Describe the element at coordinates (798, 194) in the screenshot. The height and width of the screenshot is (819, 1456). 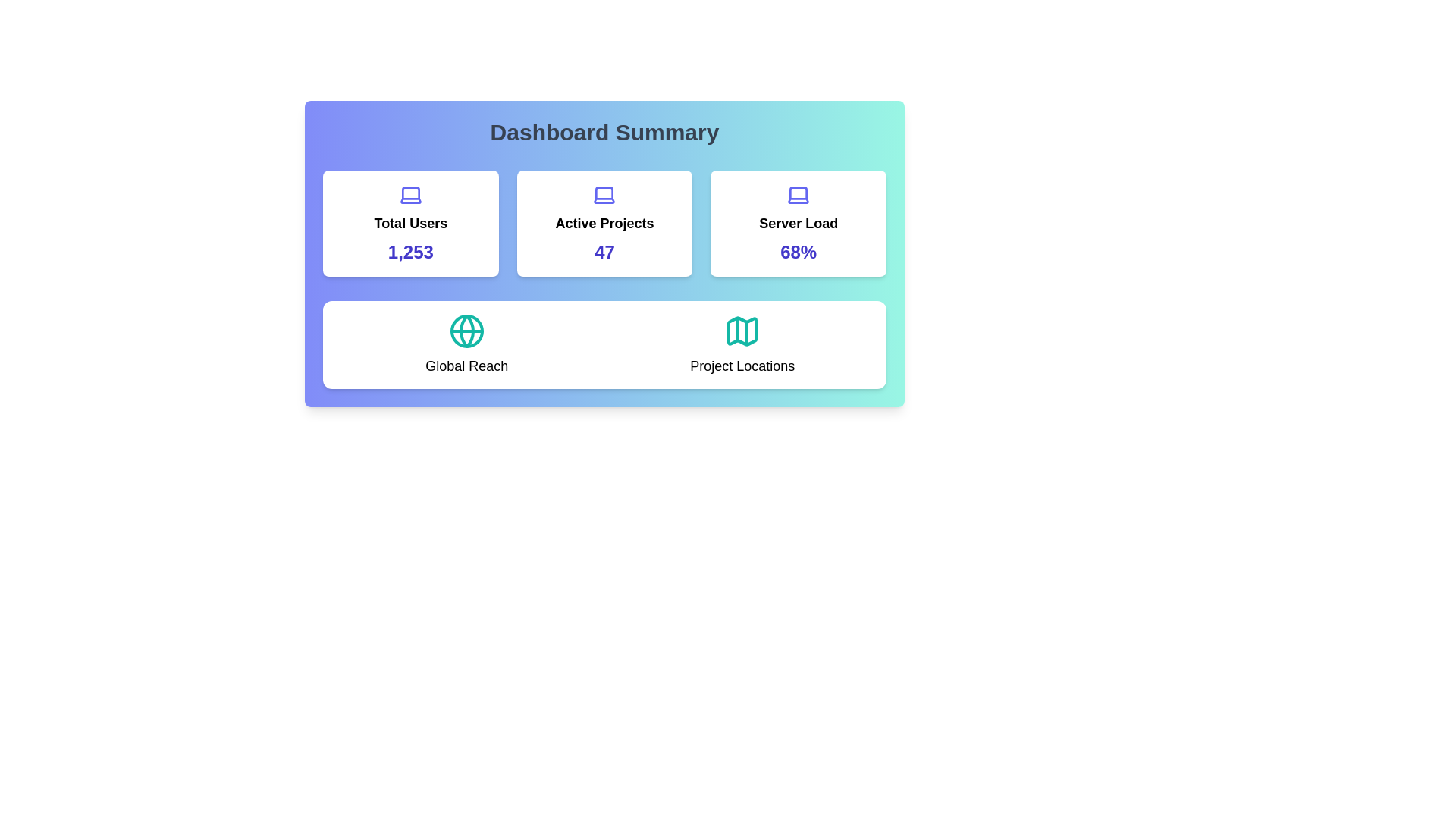
I see `the indigo laptop icon` at that location.